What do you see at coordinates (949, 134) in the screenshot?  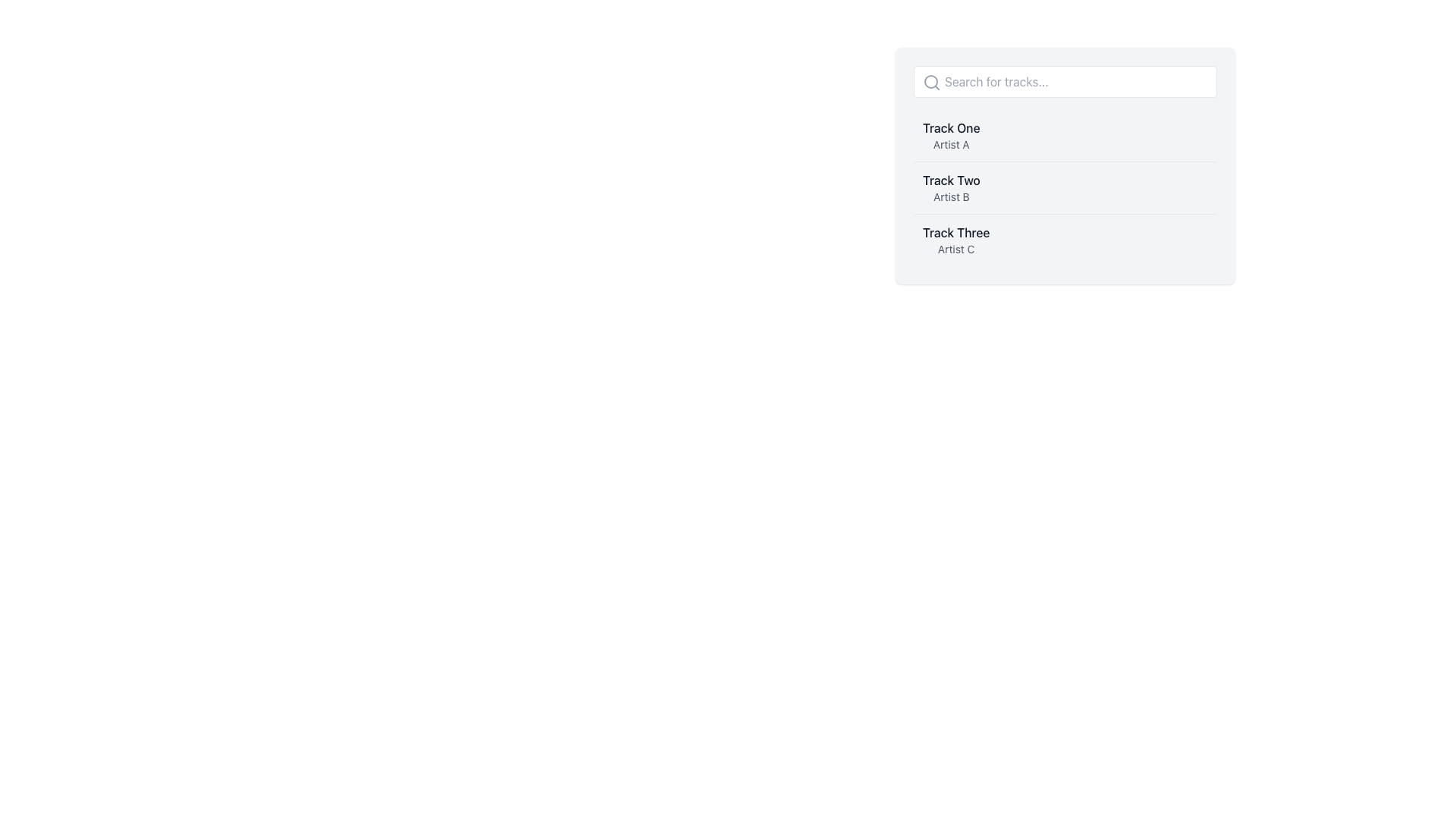 I see `the first item` at bounding box center [949, 134].